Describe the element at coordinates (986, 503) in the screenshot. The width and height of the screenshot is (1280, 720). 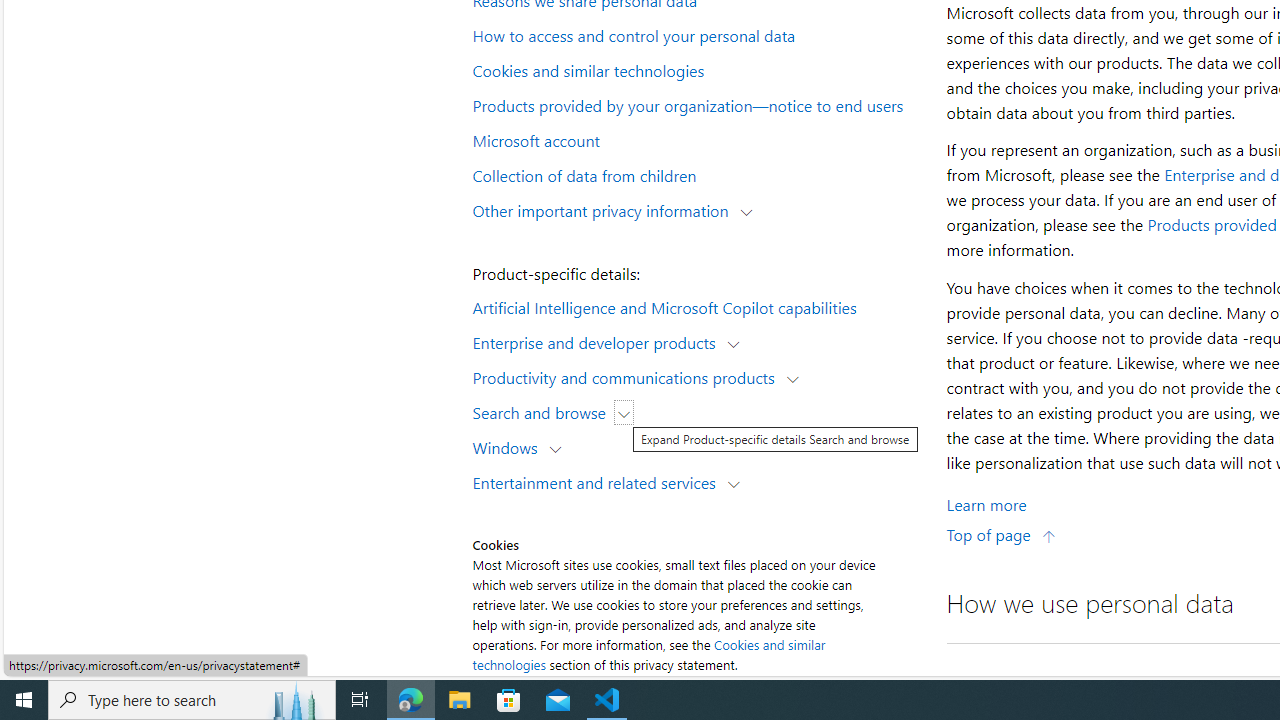
I see `'Learn More about Personal data we collect'` at that location.